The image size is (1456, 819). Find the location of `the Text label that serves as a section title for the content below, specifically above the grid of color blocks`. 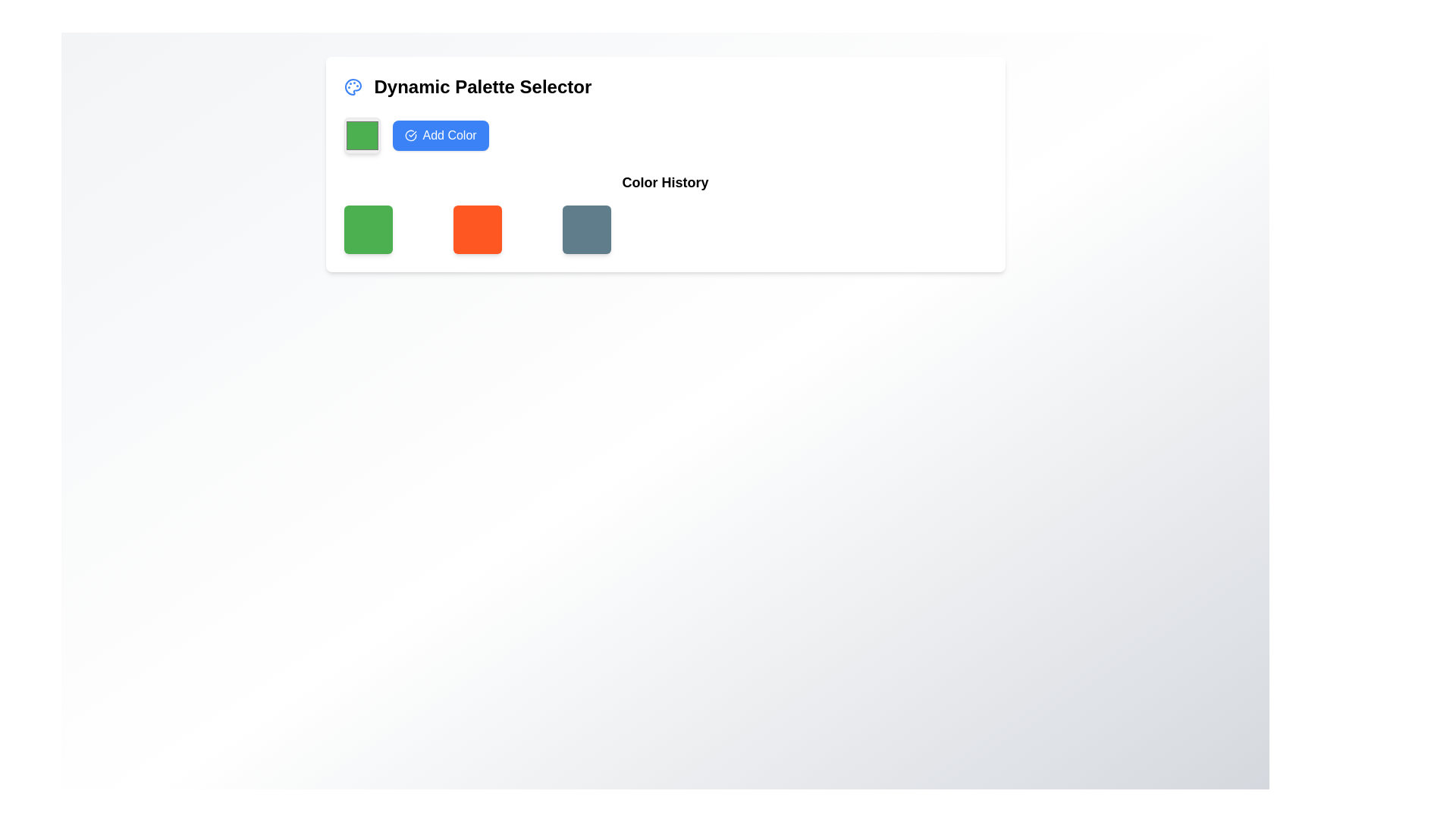

the Text label that serves as a section title for the content below, specifically above the grid of color blocks is located at coordinates (665, 181).